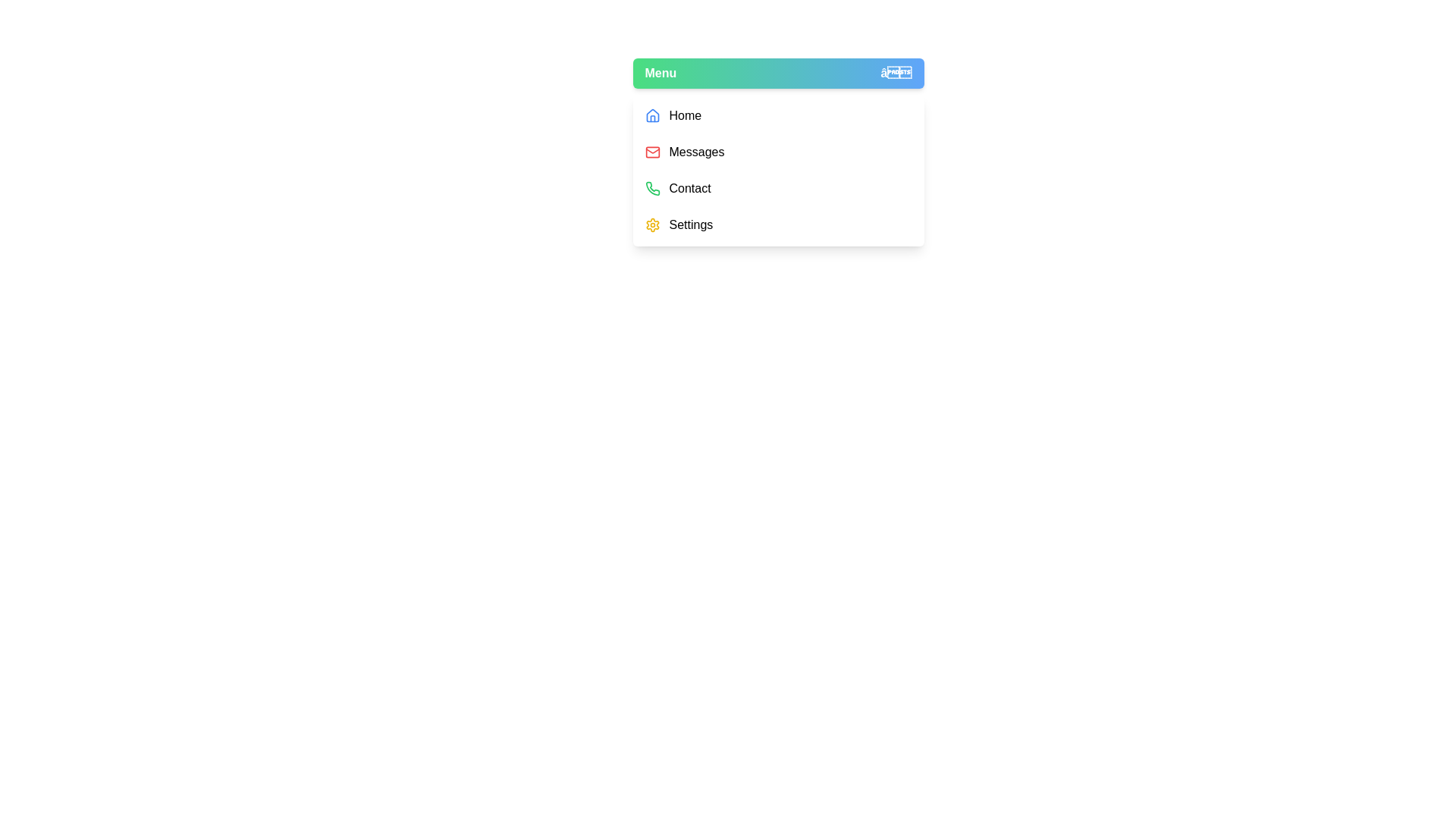  What do you see at coordinates (778, 188) in the screenshot?
I see `the menu item Contact` at bounding box center [778, 188].